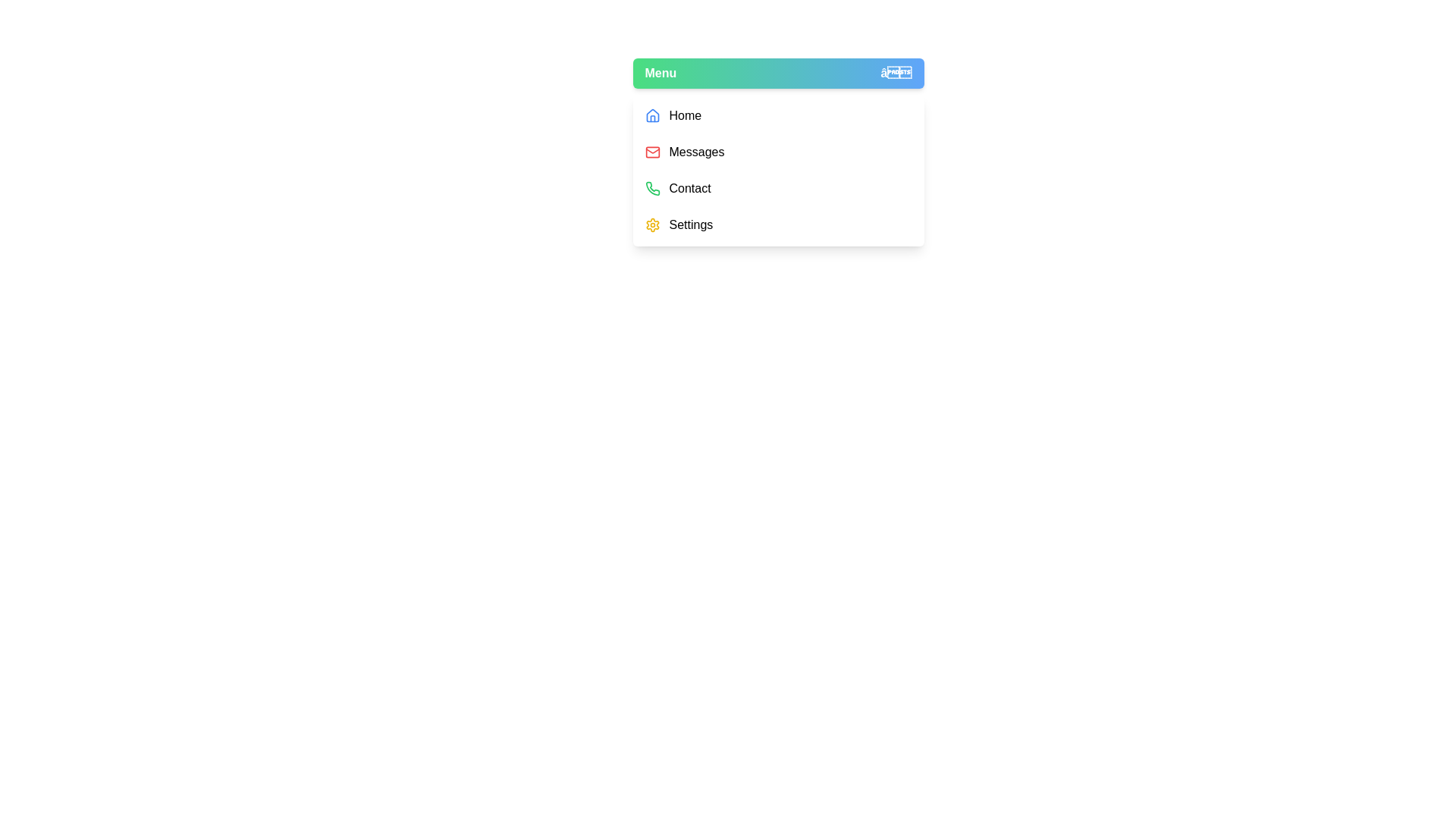  What do you see at coordinates (778, 188) in the screenshot?
I see `the menu item Contact` at bounding box center [778, 188].